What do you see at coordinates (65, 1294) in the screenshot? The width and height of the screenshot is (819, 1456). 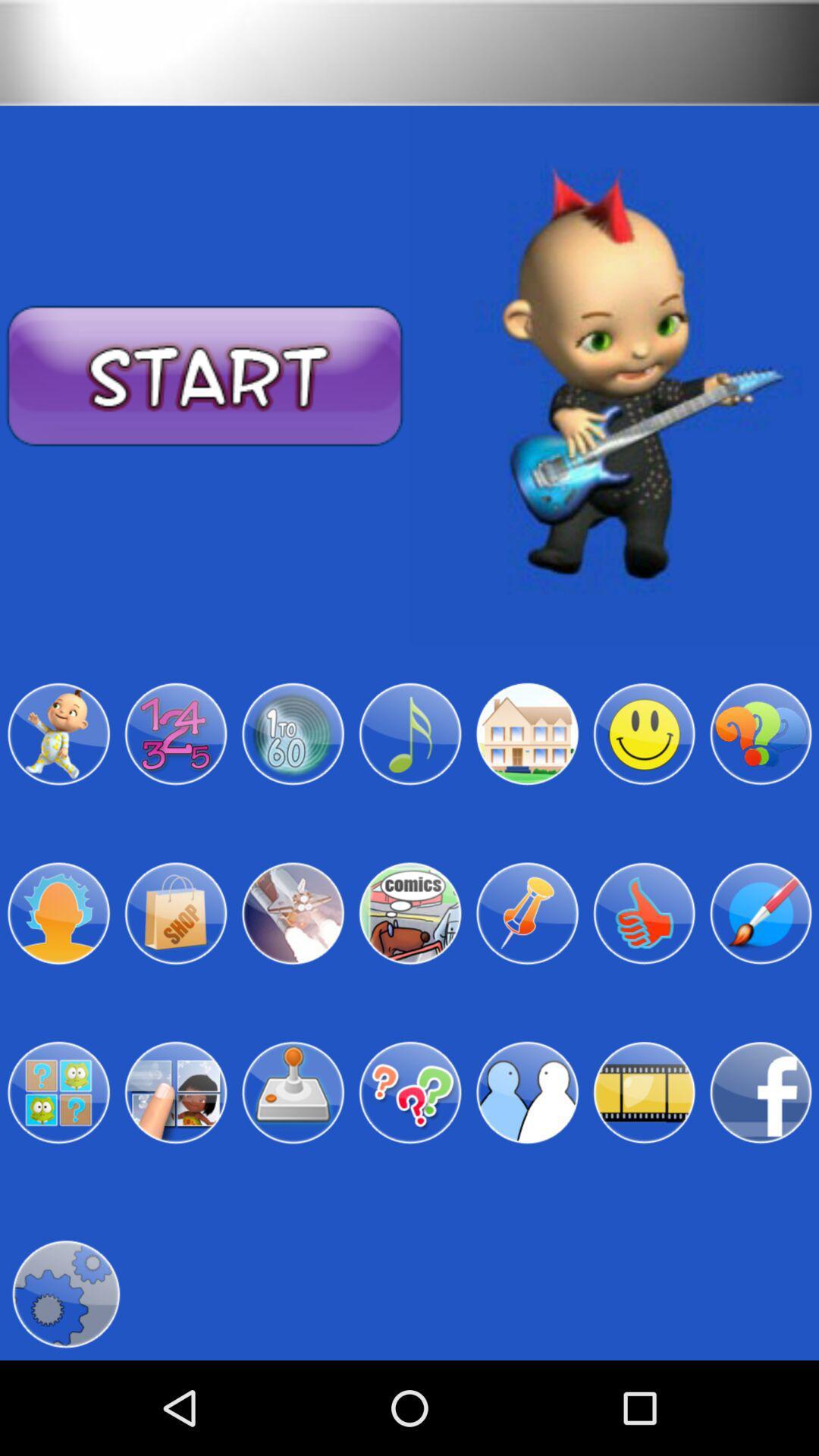 I see `tap setting` at bounding box center [65, 1294].